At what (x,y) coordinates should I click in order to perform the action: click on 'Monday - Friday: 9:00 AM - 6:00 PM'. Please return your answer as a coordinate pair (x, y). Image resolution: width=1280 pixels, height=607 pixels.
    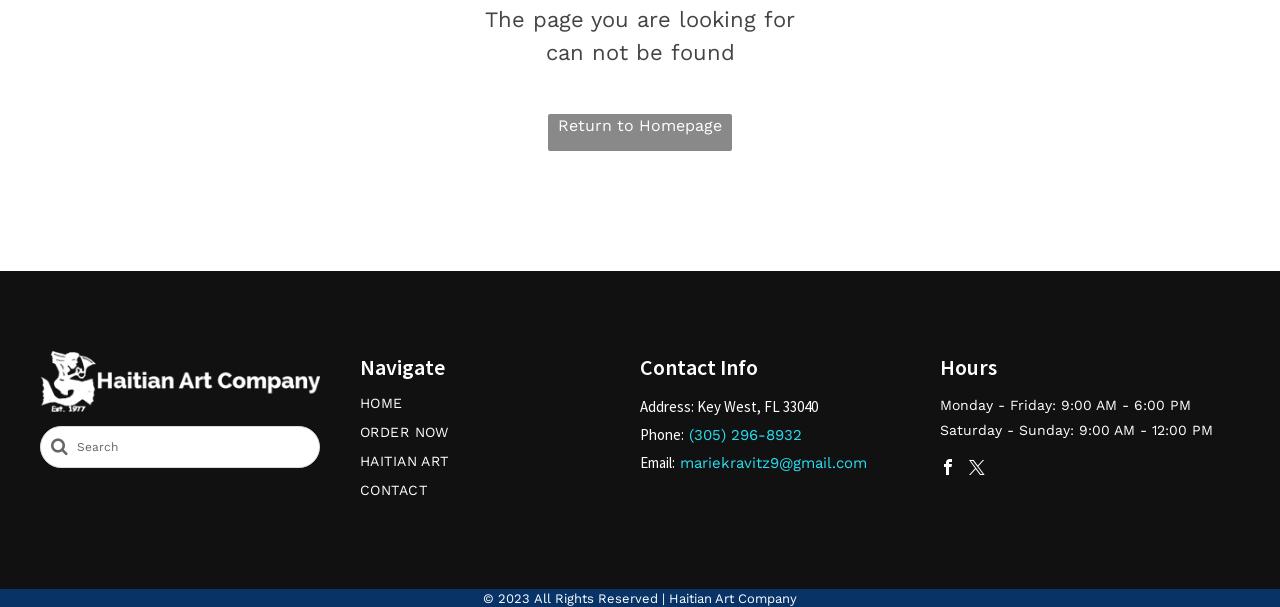
    Looking at the image, I should click on (1064, 403).